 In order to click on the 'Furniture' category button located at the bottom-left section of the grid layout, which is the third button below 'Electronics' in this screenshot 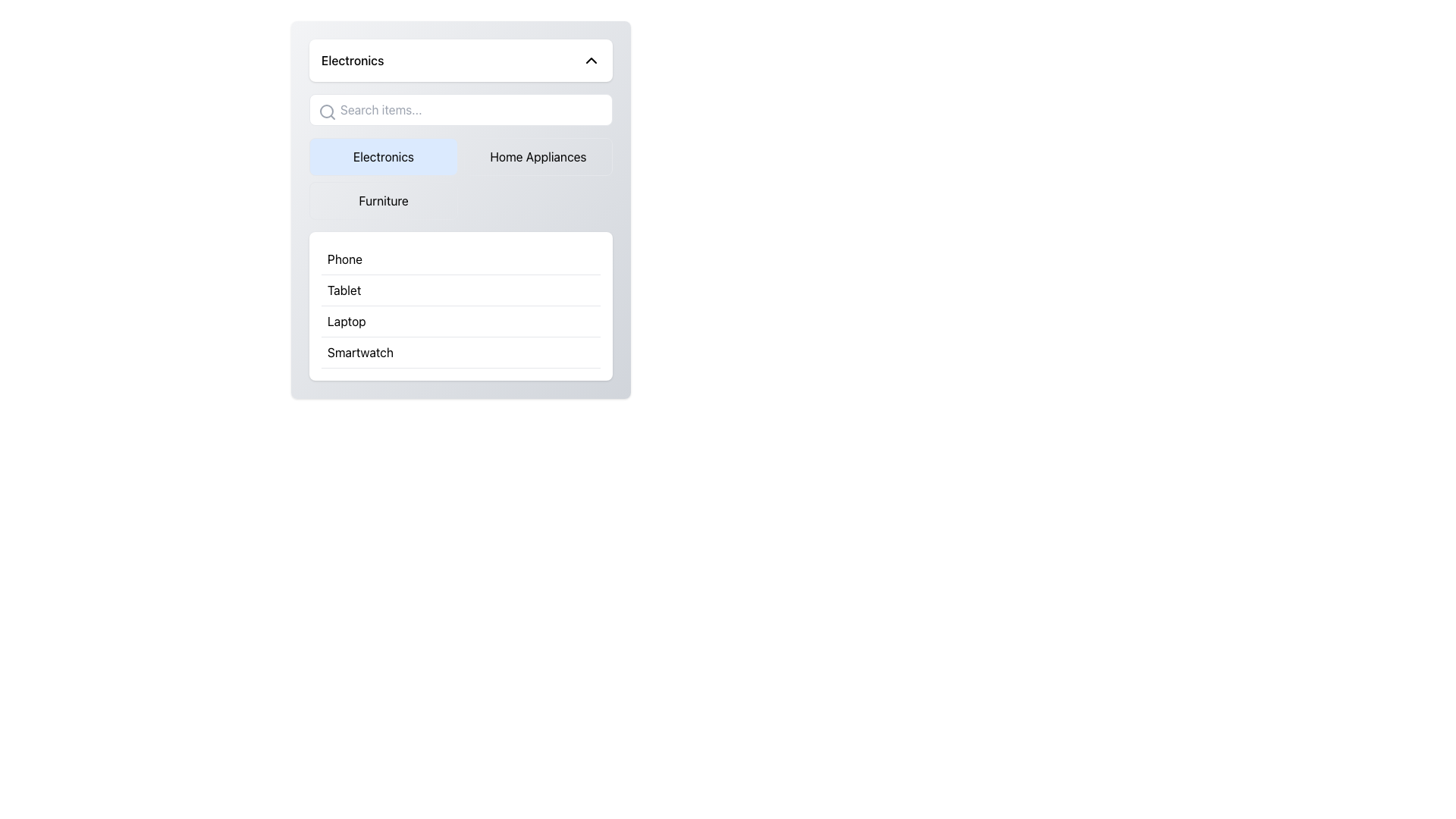, I will do `click(383, 200)`.